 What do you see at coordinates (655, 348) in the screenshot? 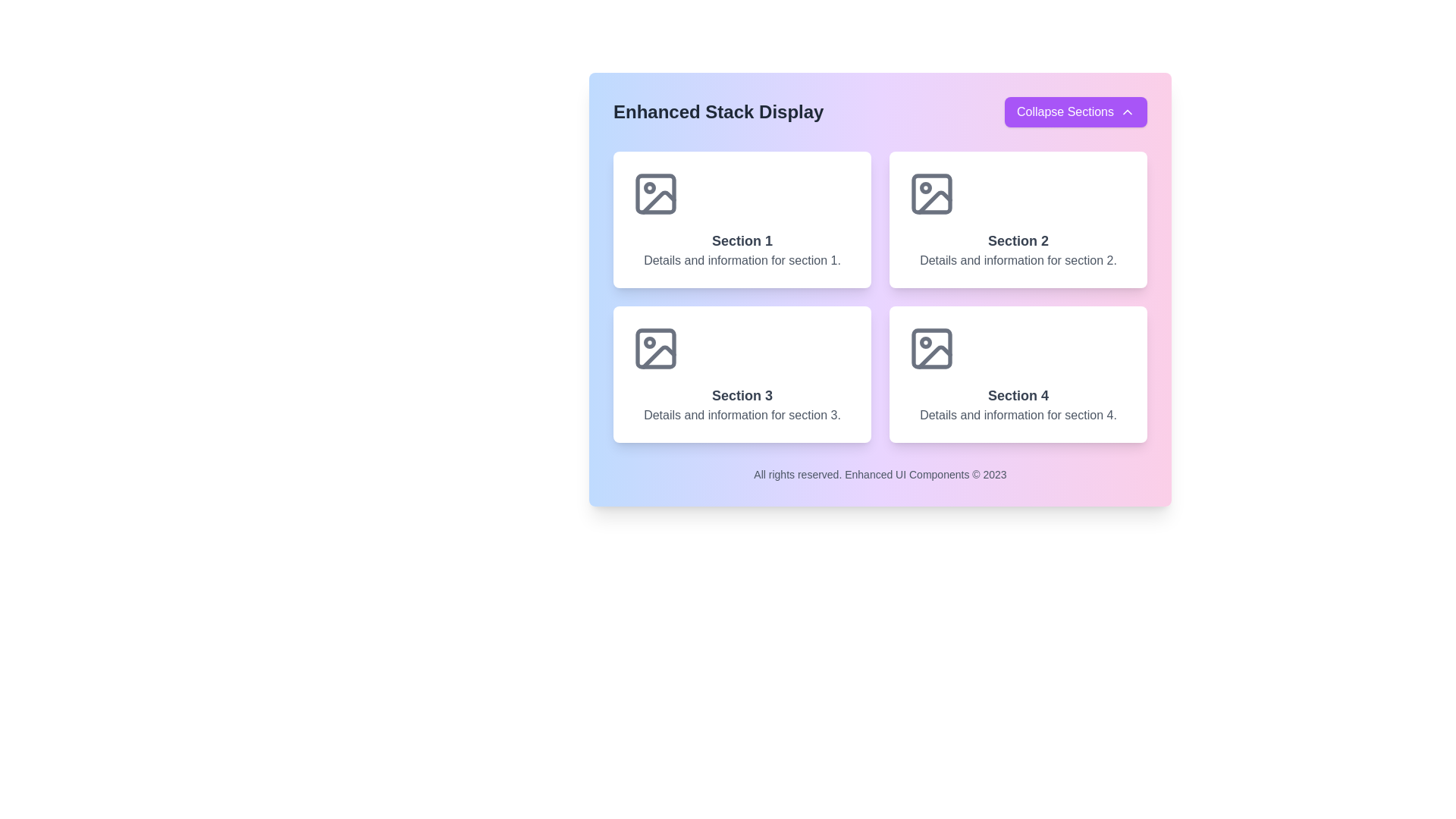
I see `the illustrative icon for 'Section 3' located centrally above the text details of that section` at bounding box center [655, 348].